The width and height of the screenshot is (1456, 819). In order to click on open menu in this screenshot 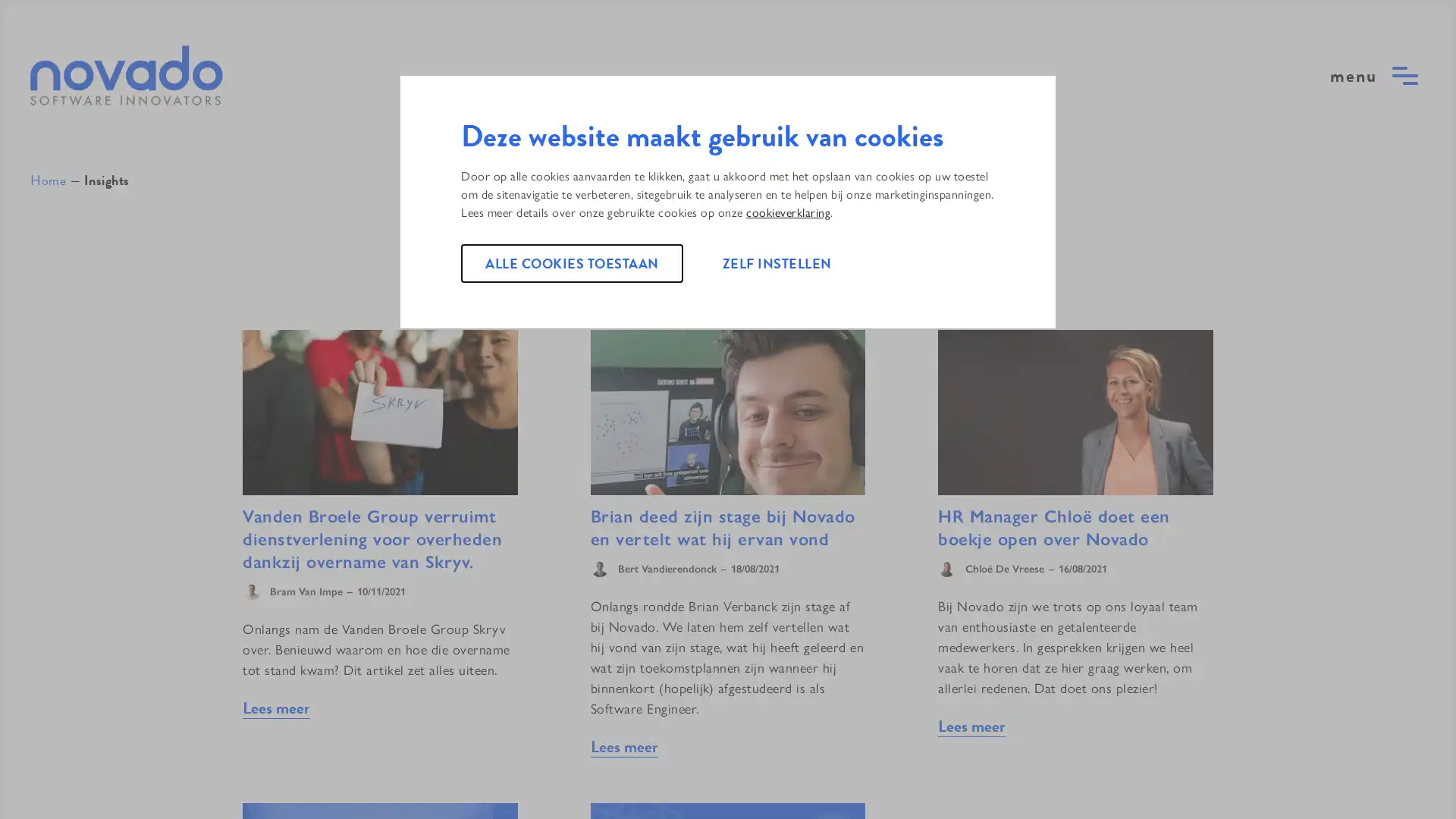, I will do `click(1373, 76)`.